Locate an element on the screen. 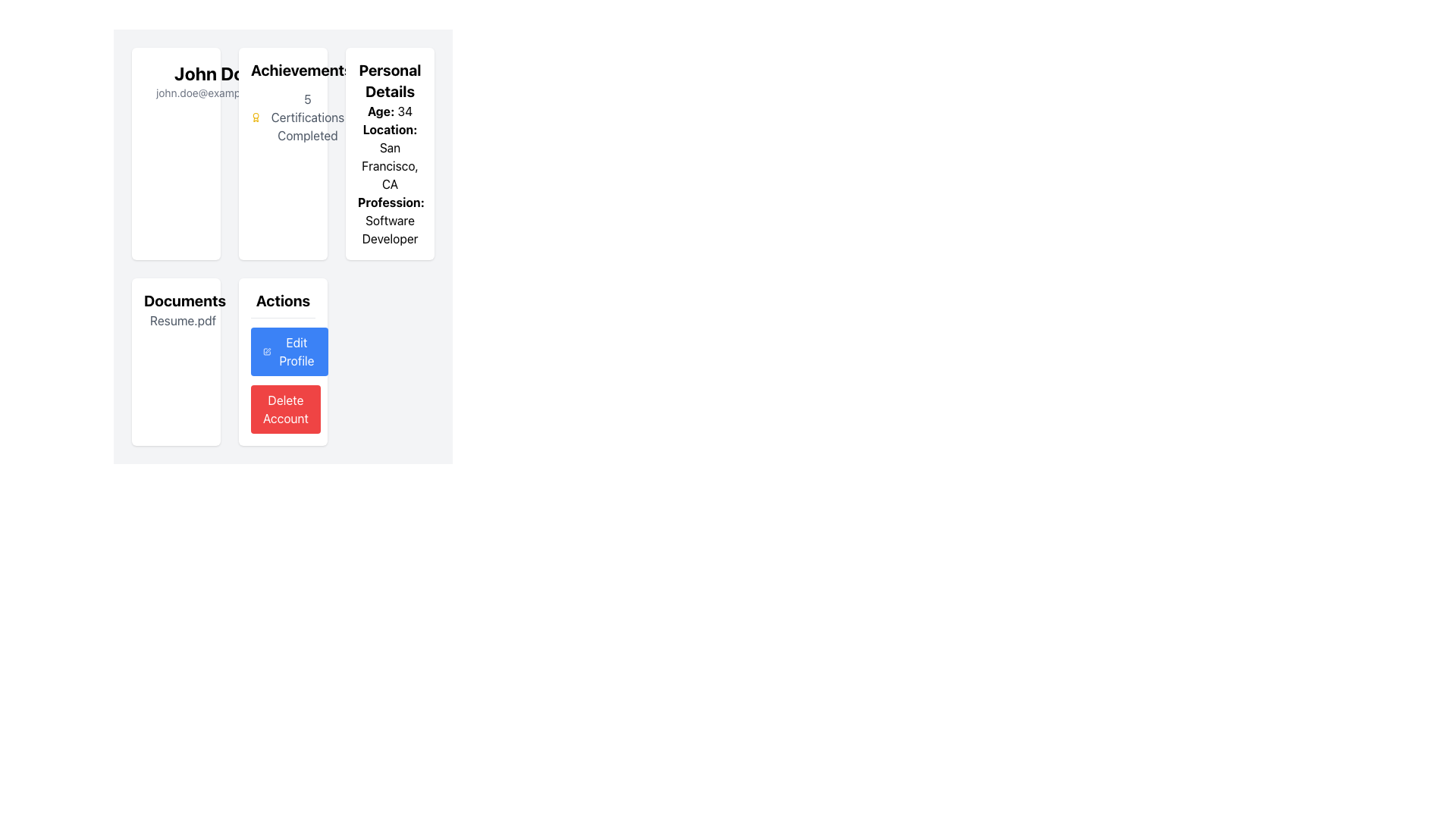 This screenshot has height=819, width=1456. text displayed in the age information label located in the 'Personal Details' panel, which is the second entry below the title 'Personal Details' is located at coordinates (390, 110).